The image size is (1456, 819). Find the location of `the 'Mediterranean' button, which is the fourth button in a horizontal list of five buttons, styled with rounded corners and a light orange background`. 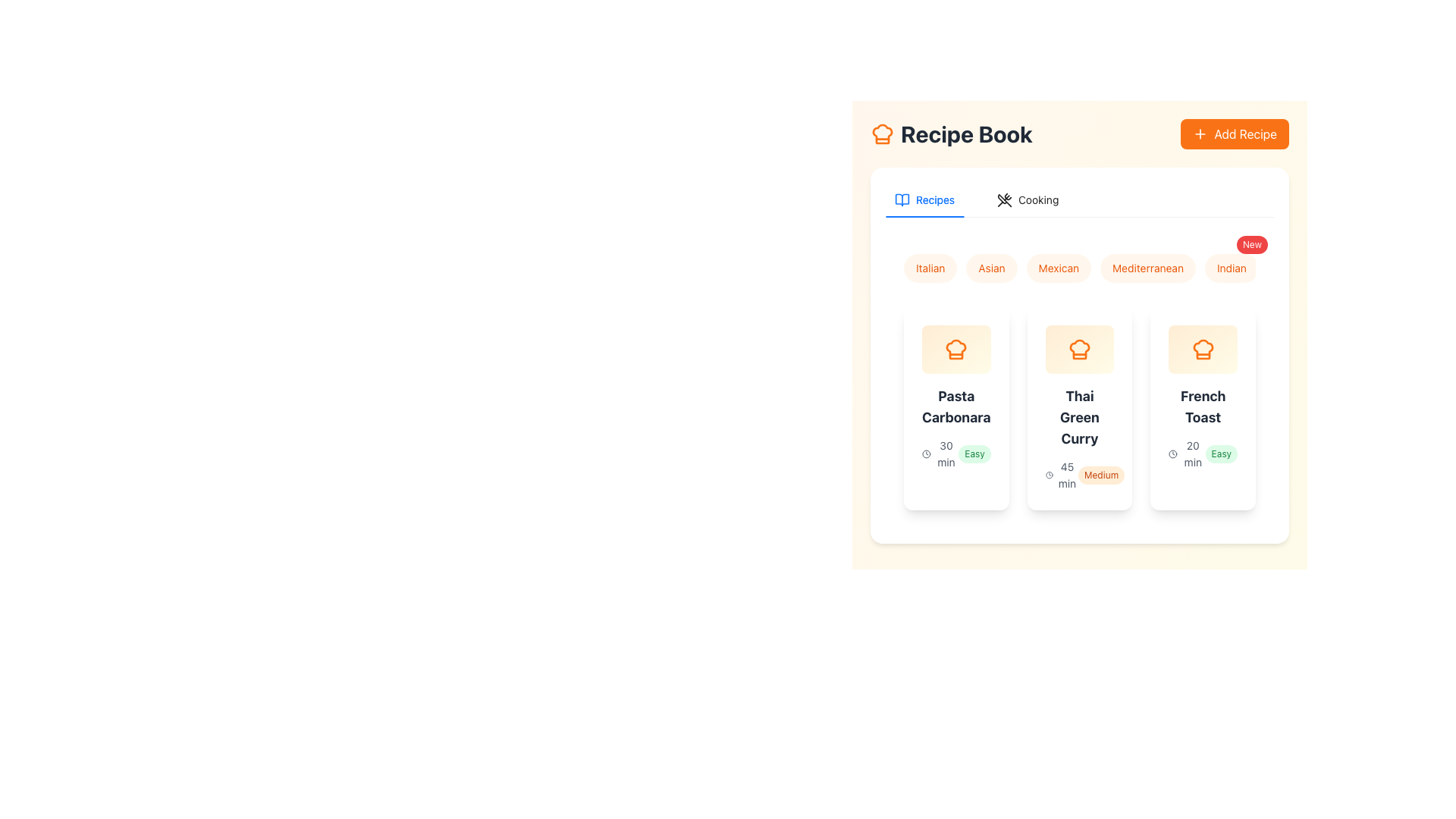

the 'Mediterranean' button, which is the fourth button in a horizontal list of five buttons, styled with rounded corners and a light orange background is located at coordinates (1148, 268).